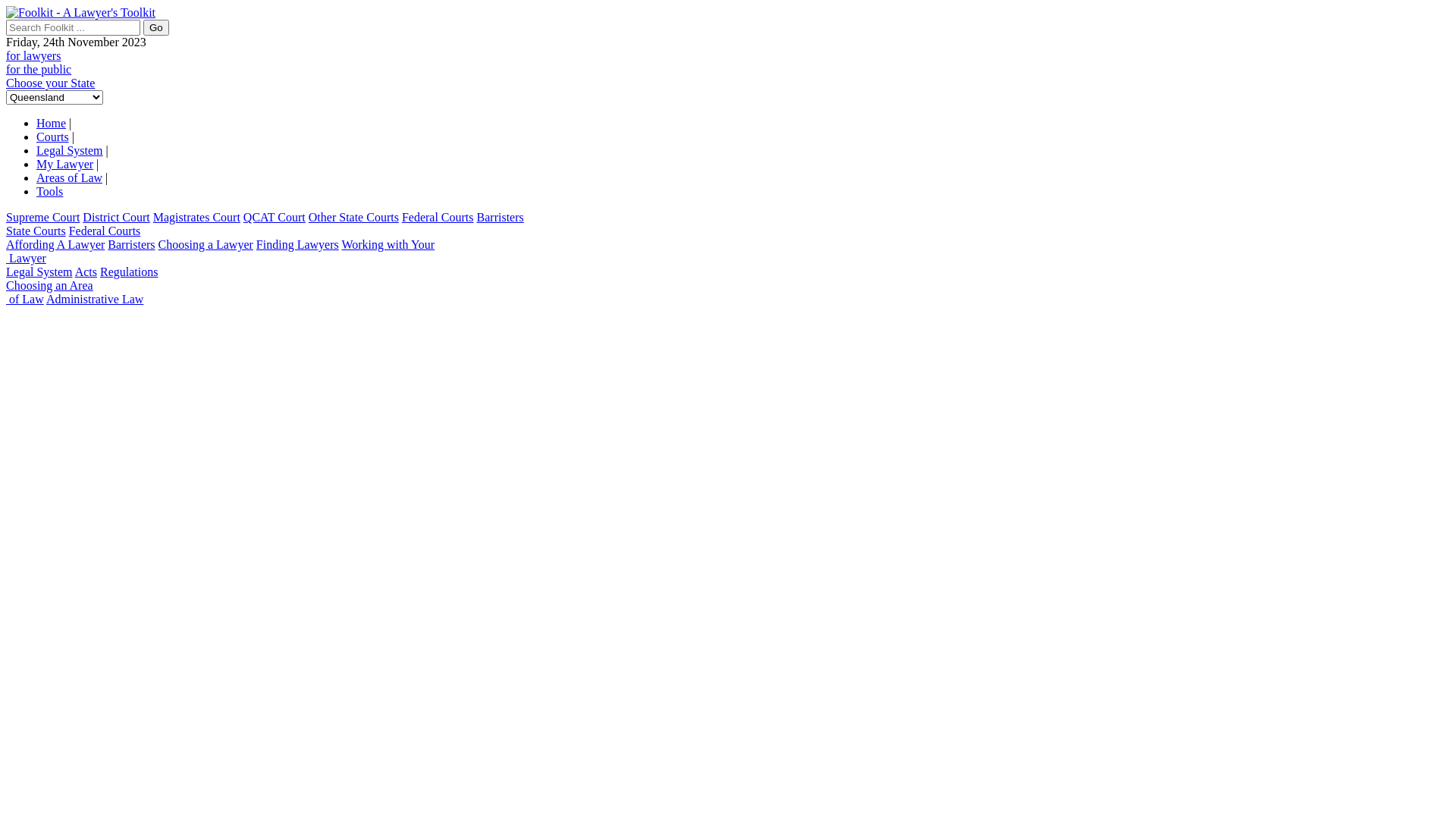 This screenshot has width=1456, height=819. What do you see at coordinates (115, 217) in the screenshot?
I see `'District Court'` at bounding box center [115, 217].